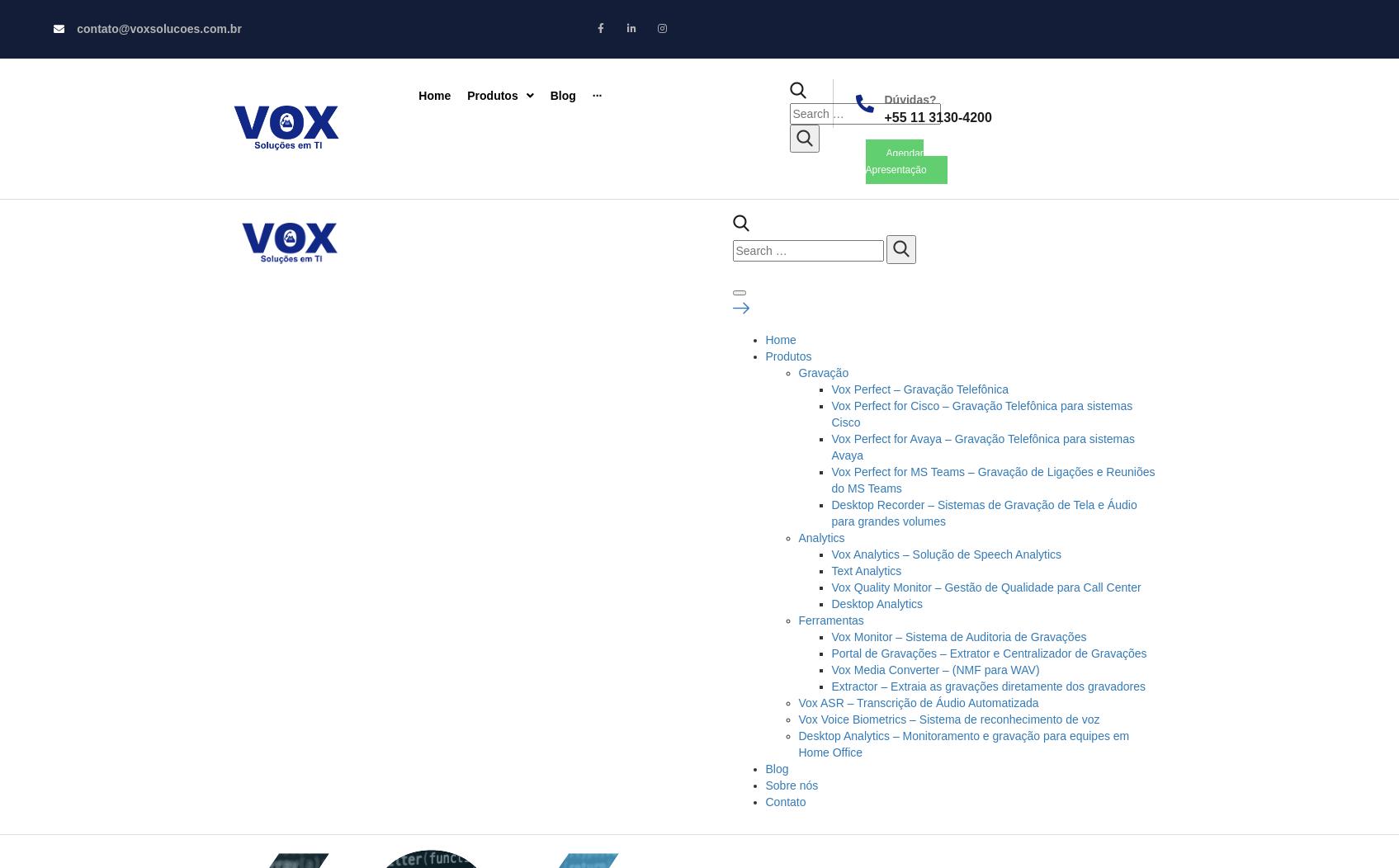  I want to click on 'contato@voxsolucoes.com.br', so click(158, 29).